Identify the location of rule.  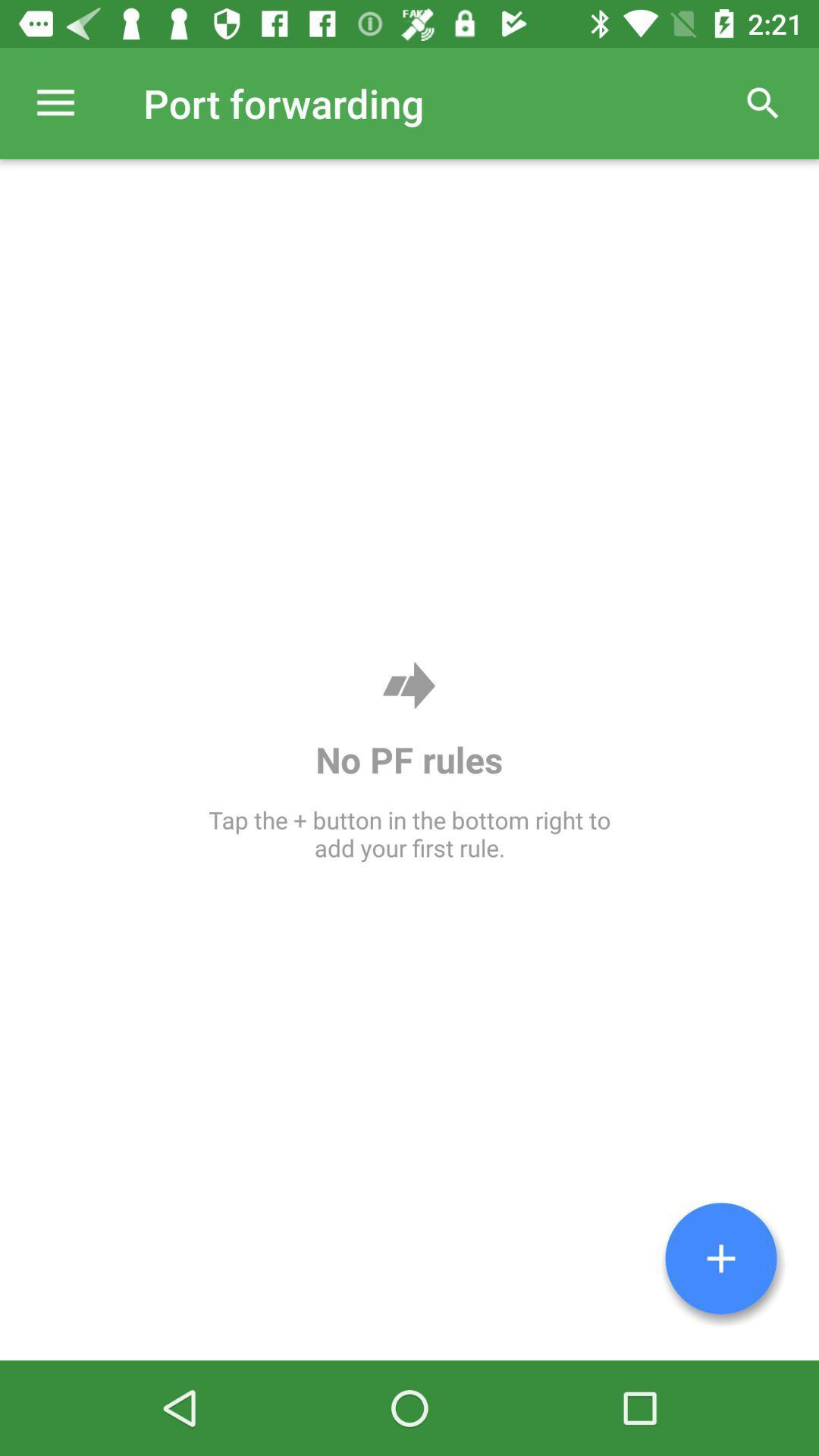
(720, 1258).